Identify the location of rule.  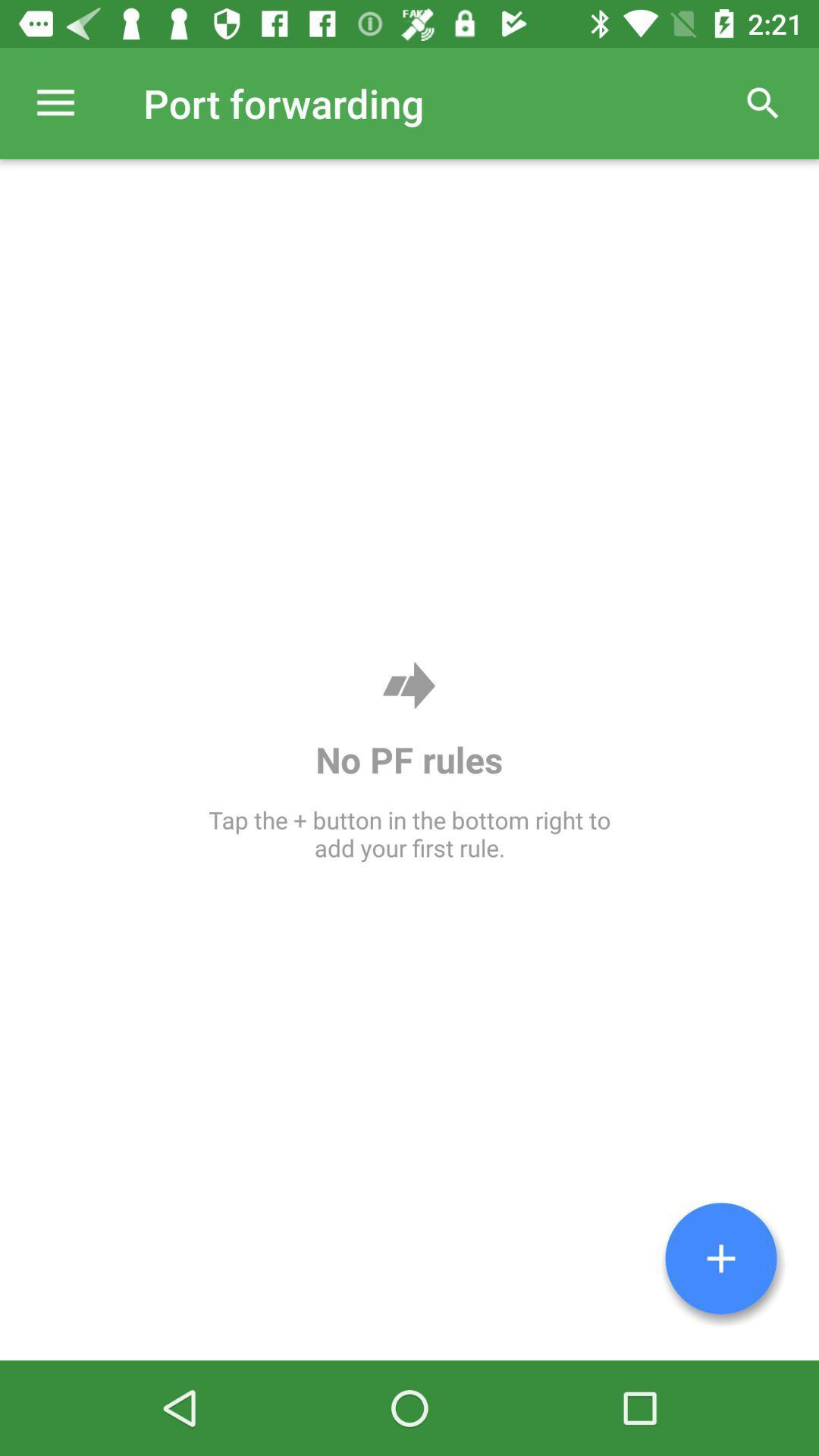
(720, 1258).